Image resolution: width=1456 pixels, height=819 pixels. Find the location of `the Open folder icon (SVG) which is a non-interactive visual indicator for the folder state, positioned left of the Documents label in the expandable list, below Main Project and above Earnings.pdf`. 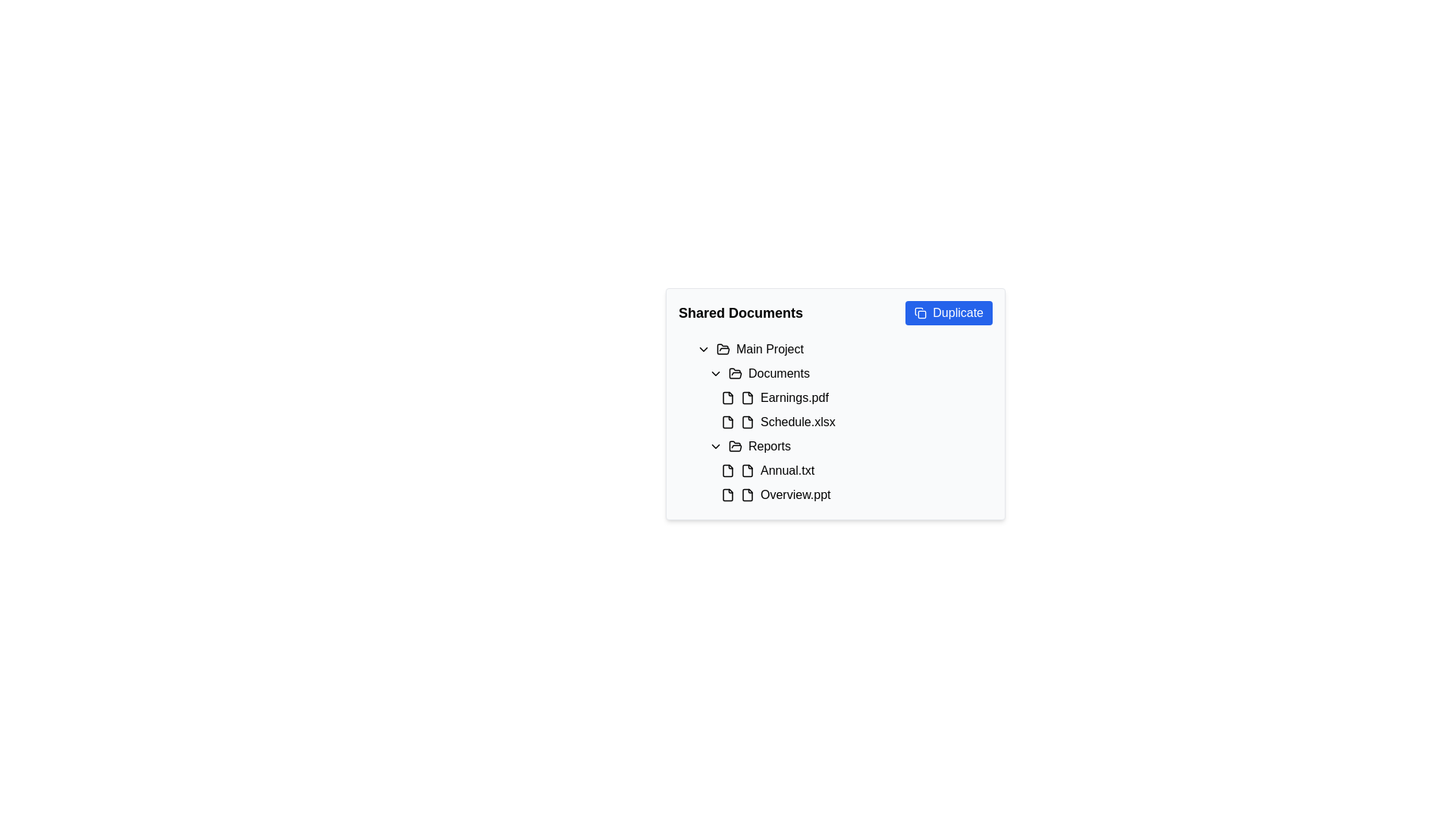

the Open folder icon (SVG) which is a non-interactive visual indicator for the folder state, positioned left of the Documents label in the expandable list, below Main Project and above Earnings.pdf is located at coordinates (735, 374).